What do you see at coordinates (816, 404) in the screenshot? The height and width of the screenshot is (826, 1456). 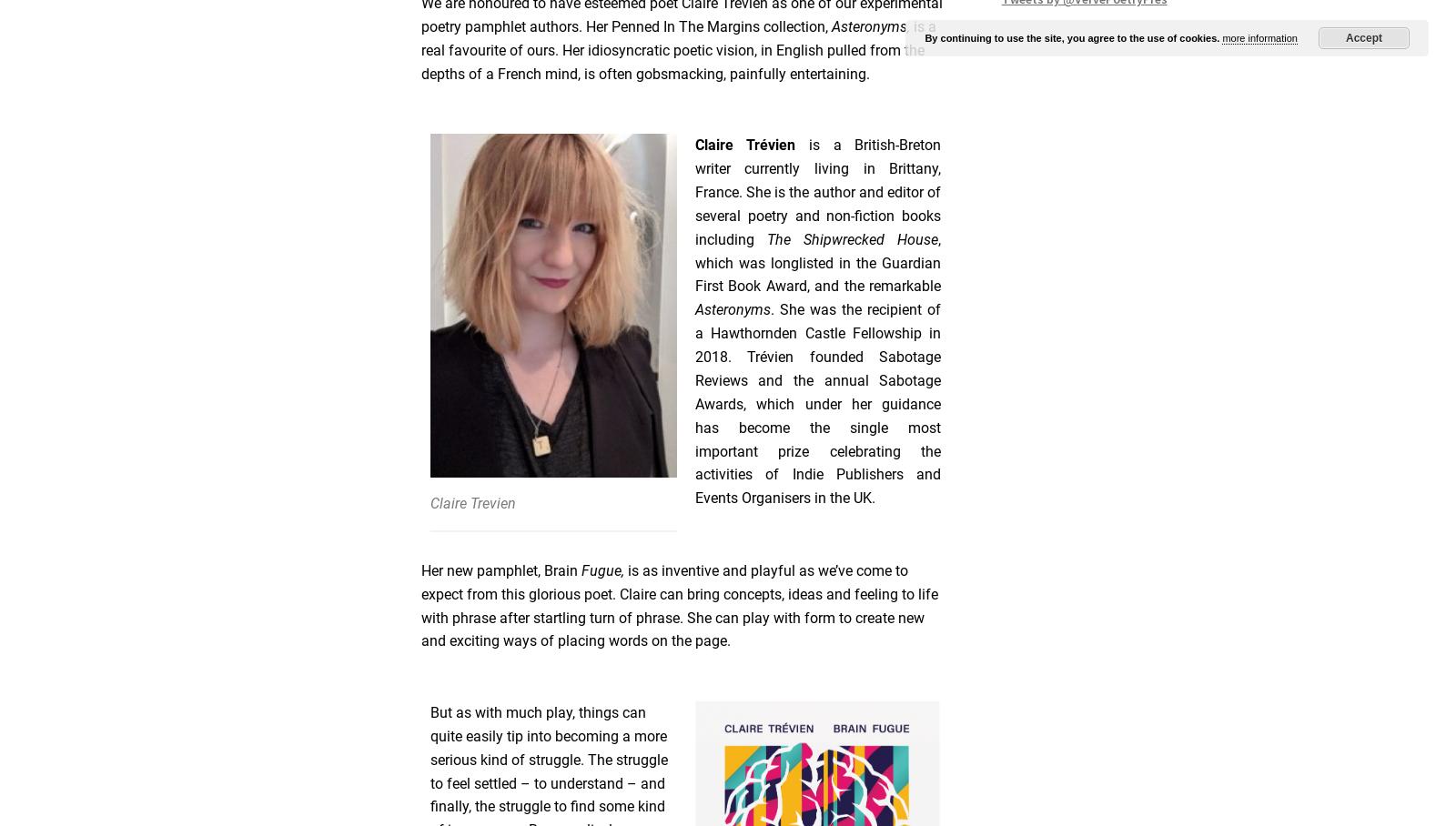 I see `'. She was the recipient of a Hawthornden Castle Fellowship in 2018. Trévien founded Sabotage Reviews and the annual Sabotage Awards, which under her guidance has become the single most important prize celebrating the activities of Indie Publishers and Events Organisers in the UK.'` at bounding box center [816, 404].